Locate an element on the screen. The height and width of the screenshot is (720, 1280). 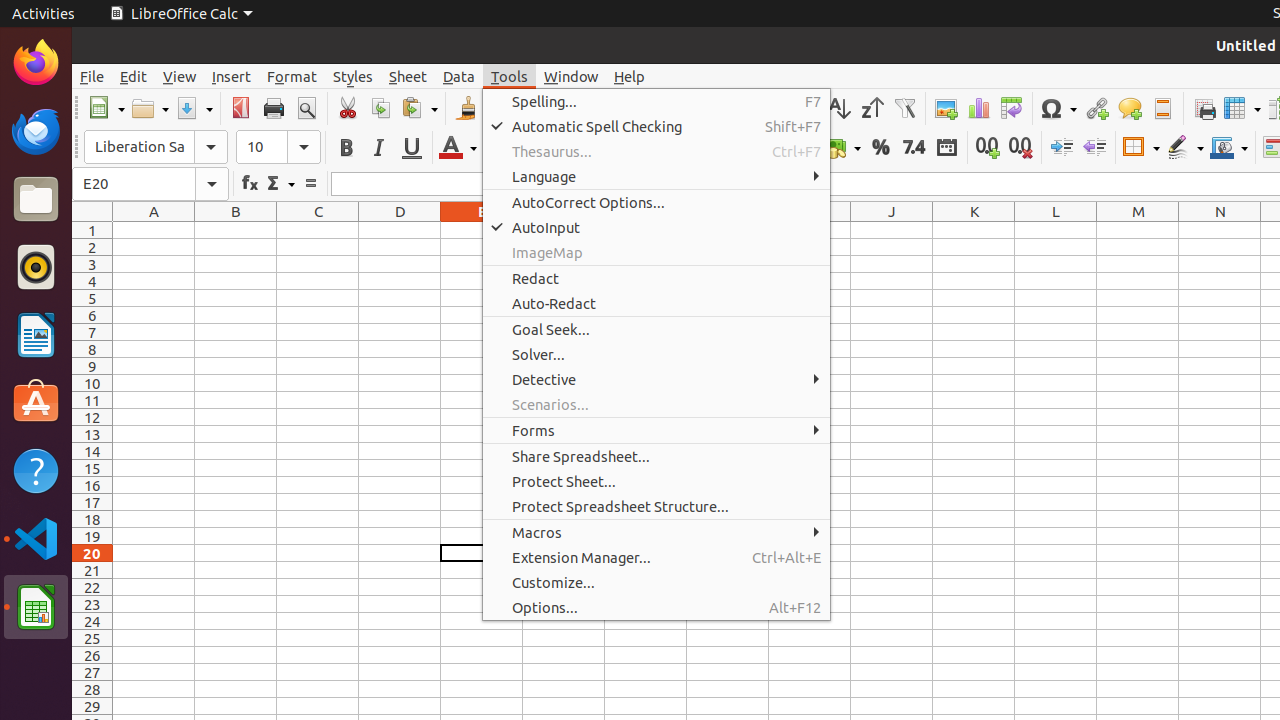
'Edit' is located at coordinates (132, 75).